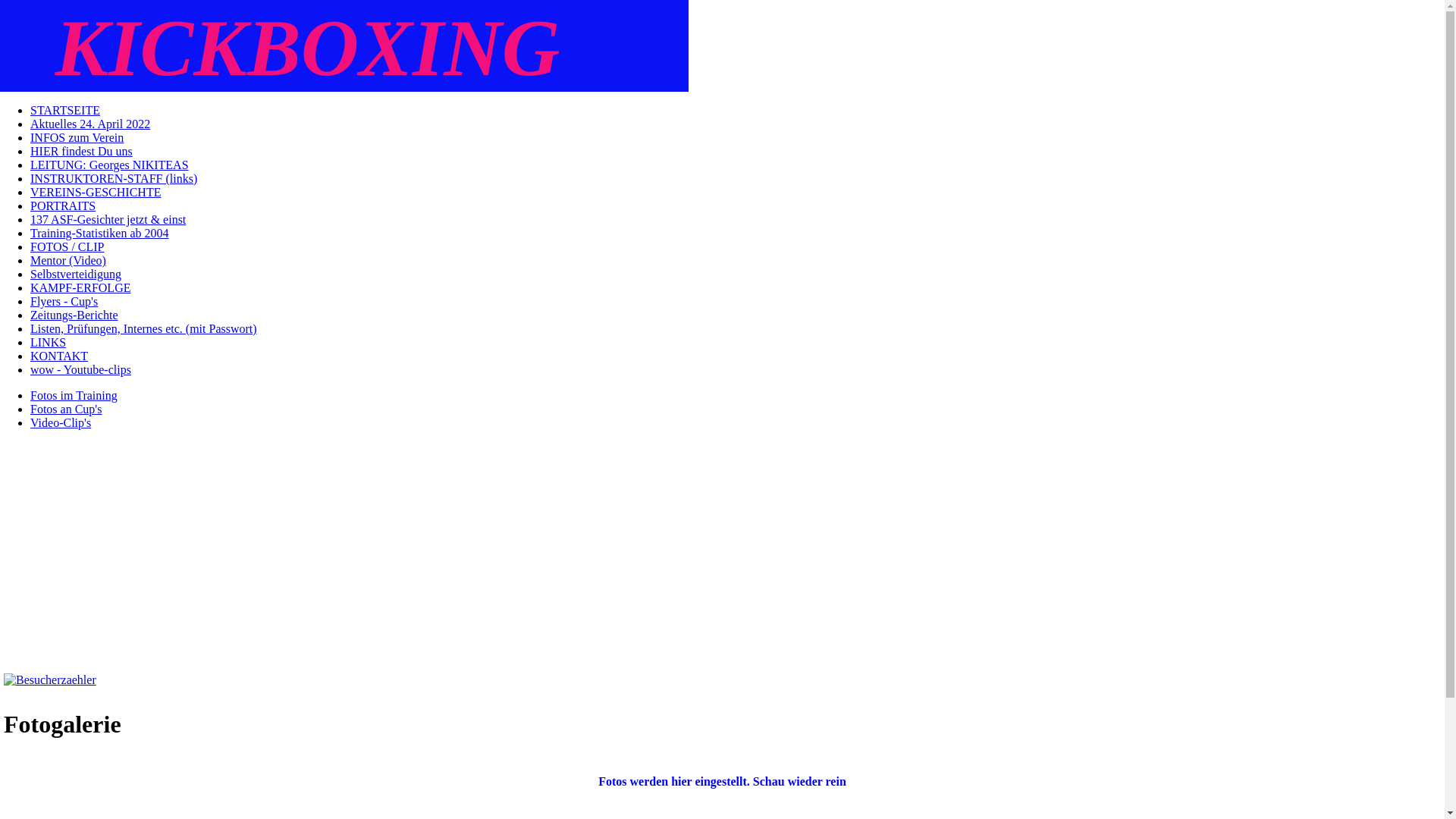  I want to click on 'INFOS zum Verein', so click(76, 137).